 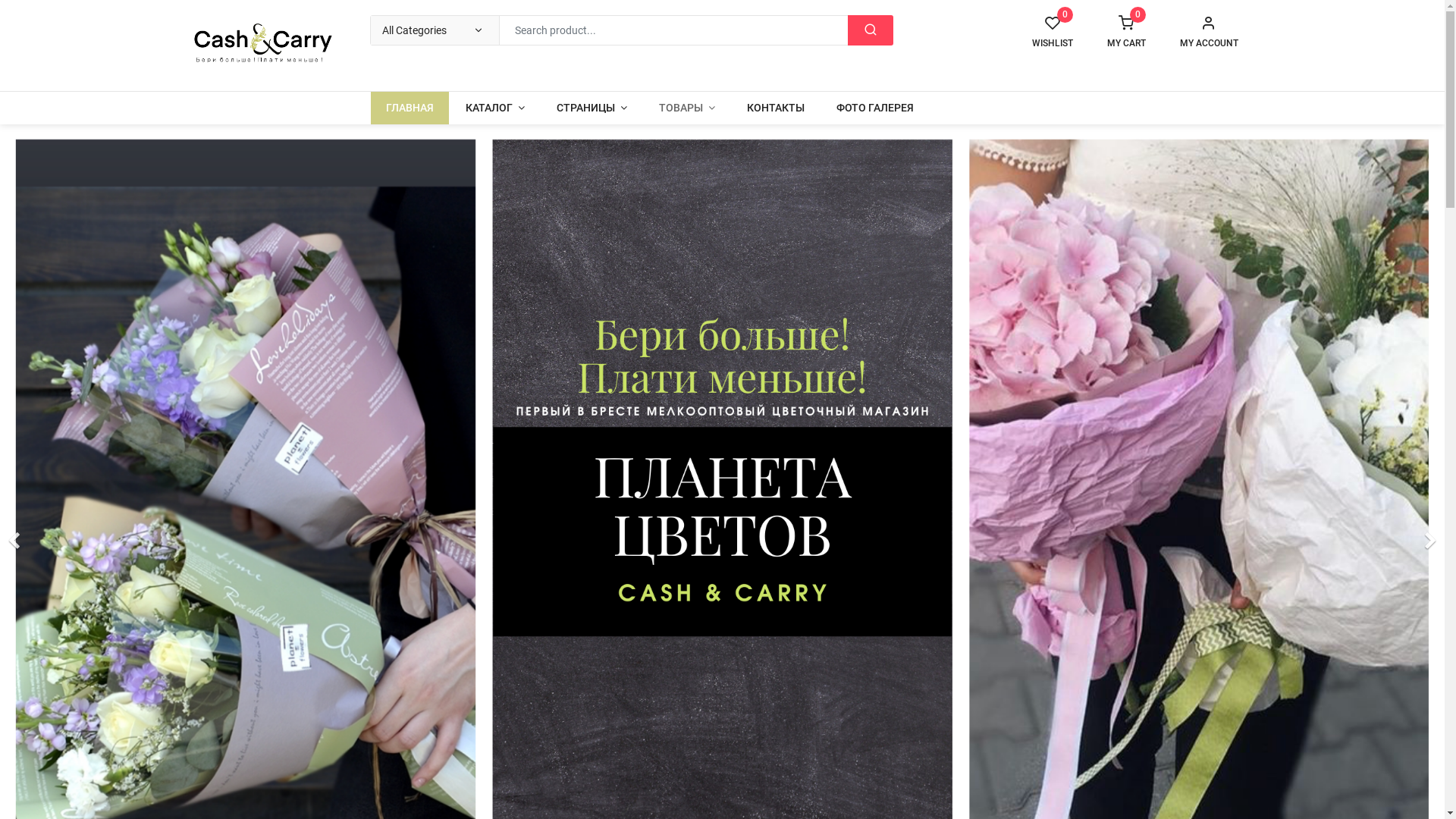 What do you see at coordinates (1126, 32) in the screenshot?
I see `'MY CART` at bounding box center [1126, 32].